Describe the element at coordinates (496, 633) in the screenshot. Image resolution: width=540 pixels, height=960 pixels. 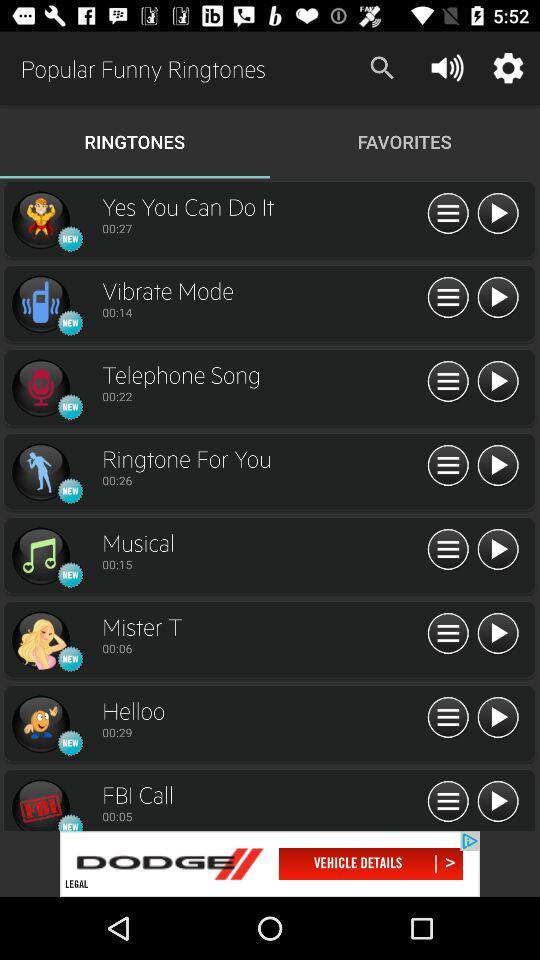
I see `song` at that location.